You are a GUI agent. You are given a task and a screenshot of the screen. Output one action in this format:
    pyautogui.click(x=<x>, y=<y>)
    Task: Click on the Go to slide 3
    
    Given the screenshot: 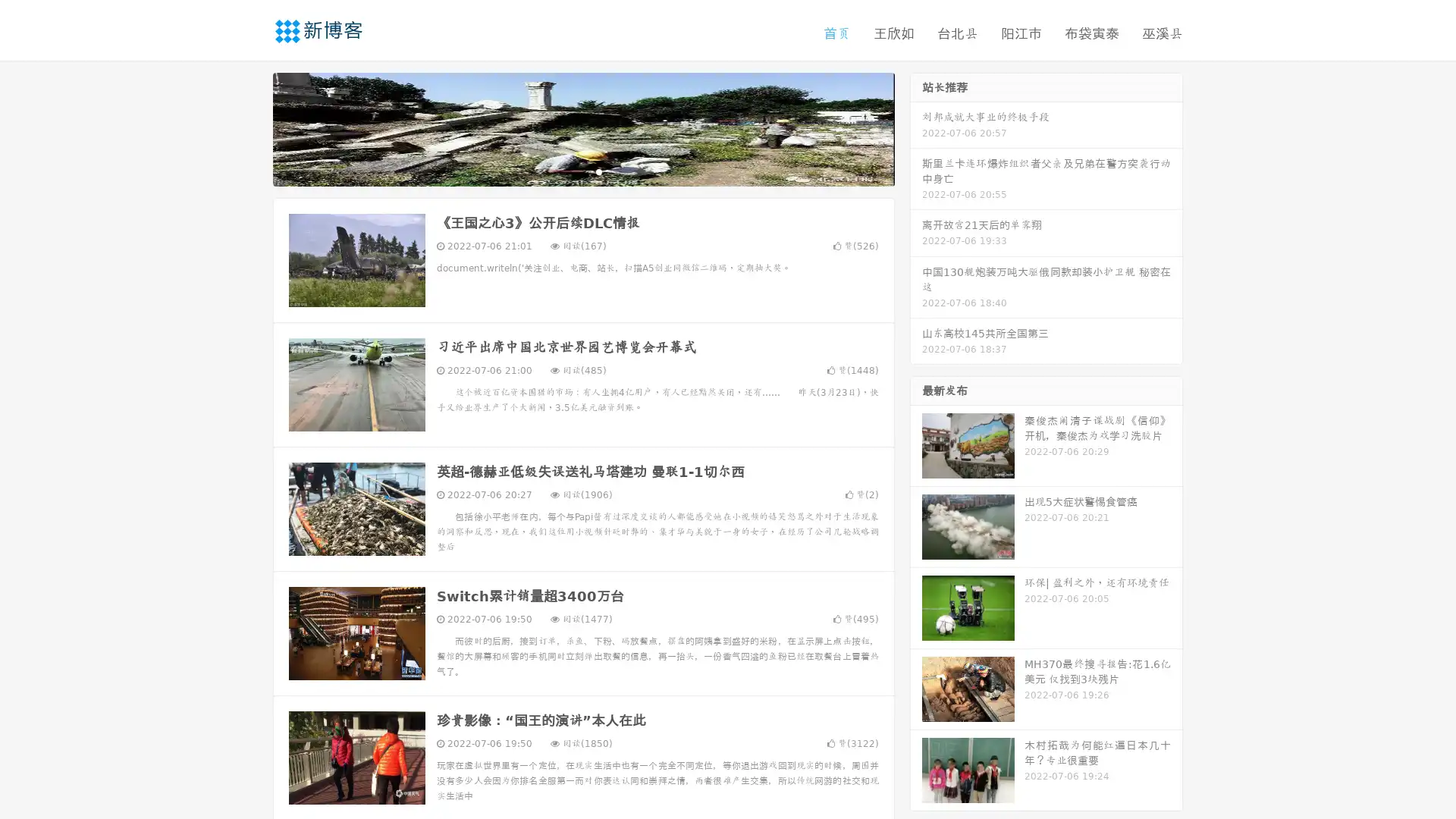 What is the action you would take?
    pyautogui.click(x=598, y=171)
    